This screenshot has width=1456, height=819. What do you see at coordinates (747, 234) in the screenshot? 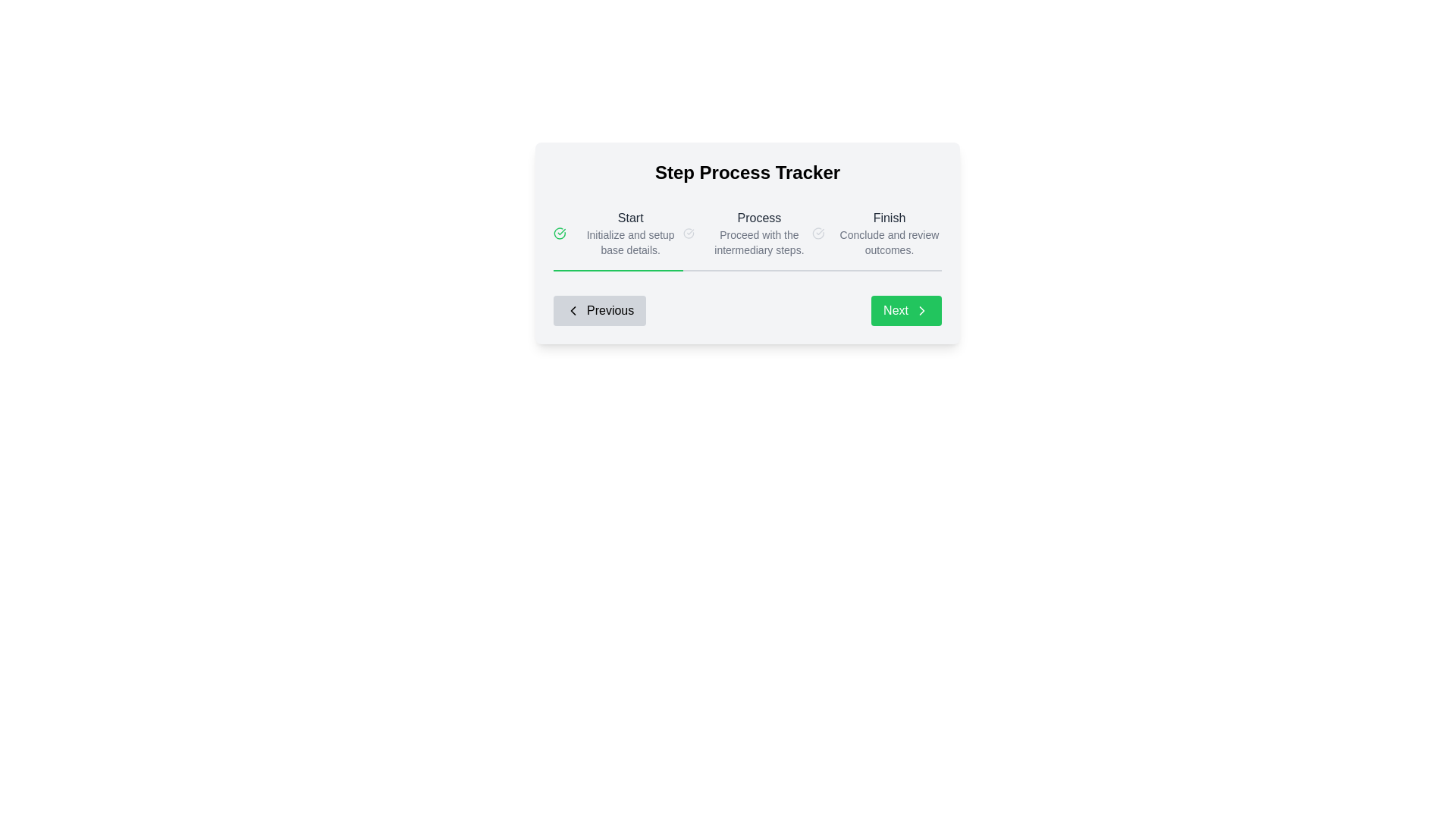
I see `description of the second step in the process tracker, which provides a visual cue and context regarding this intermediary step` at bounding box center [747, 234].